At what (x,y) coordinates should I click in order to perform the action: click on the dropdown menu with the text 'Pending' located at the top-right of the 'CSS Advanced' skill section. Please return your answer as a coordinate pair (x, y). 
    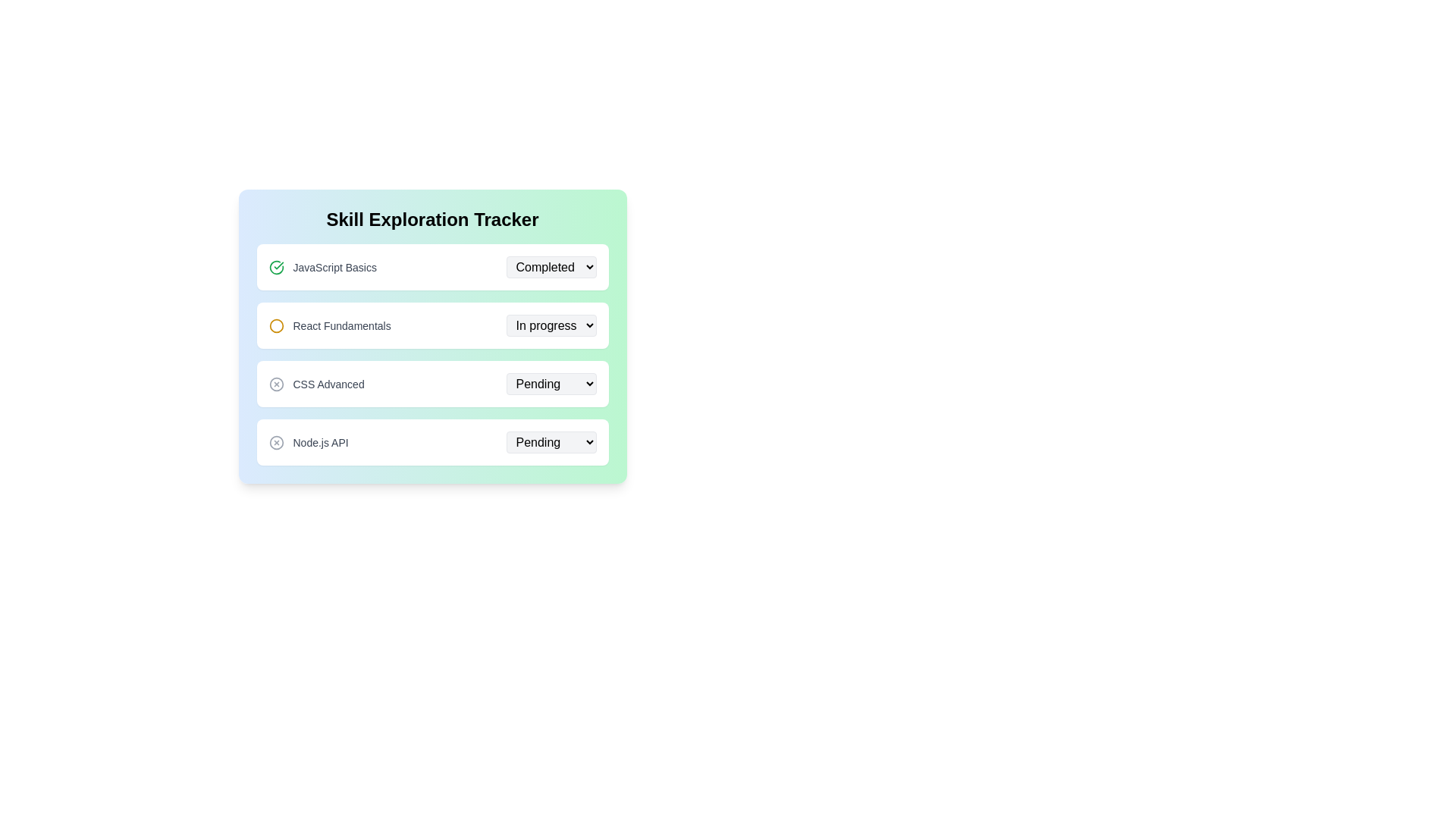
    Looking at the image, I should click on (550, 383).